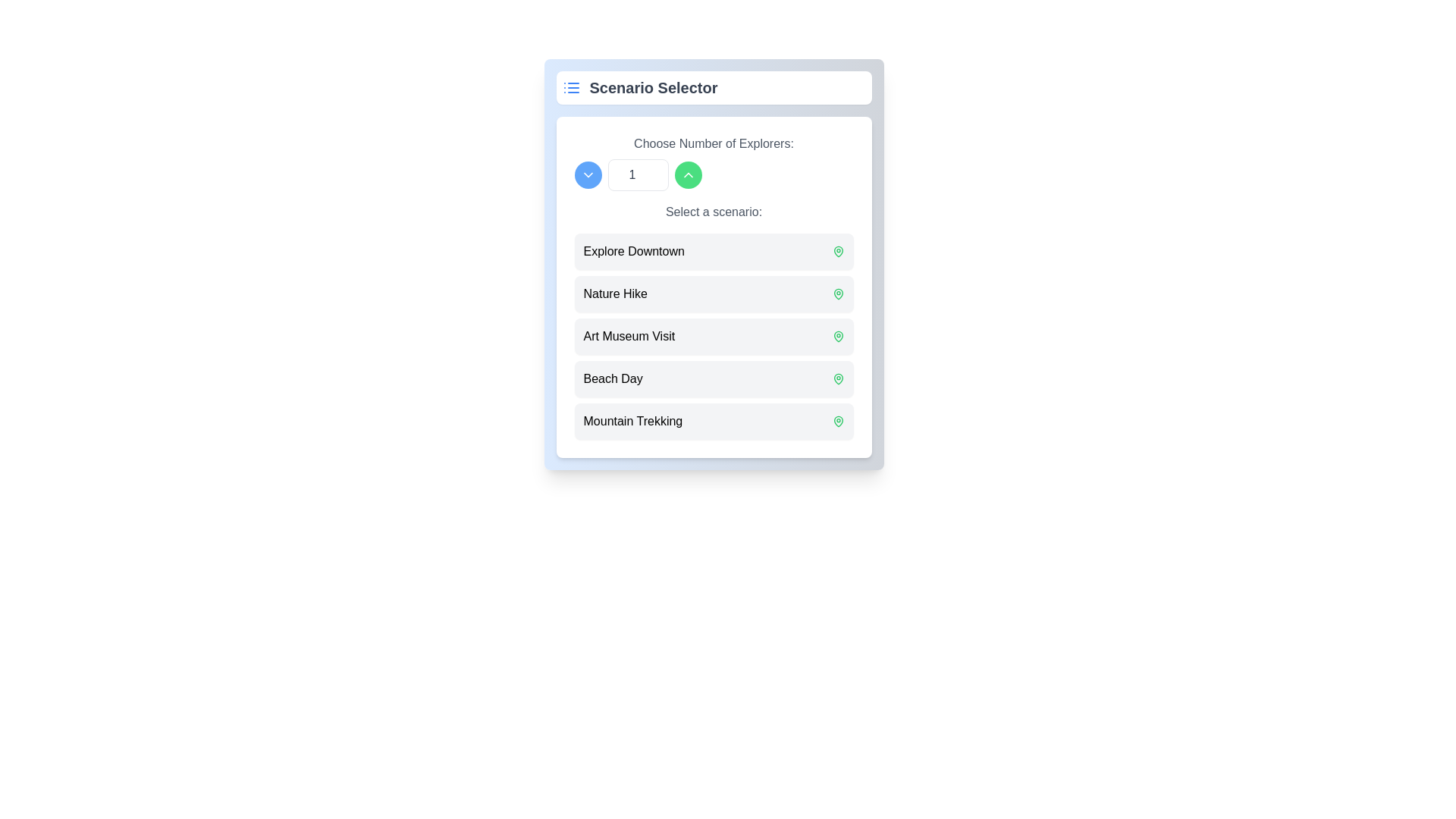  I want to click on the static label indicating 'Explore Downtown', which is located below the section header 'Select a scenario' and to the left of the location icon, so click(634, 250).